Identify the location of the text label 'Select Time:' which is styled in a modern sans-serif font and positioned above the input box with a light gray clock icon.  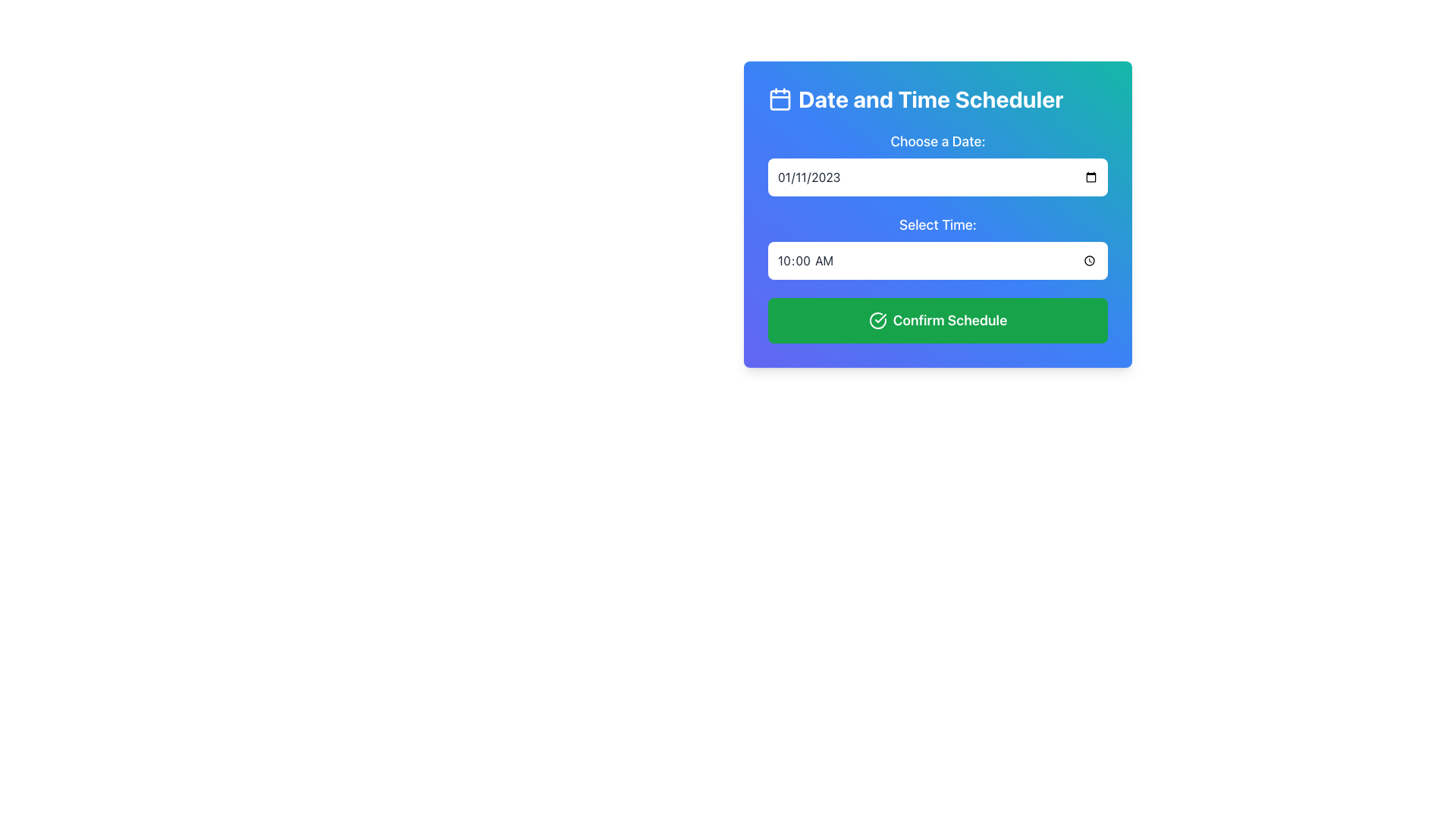
(937, 246).